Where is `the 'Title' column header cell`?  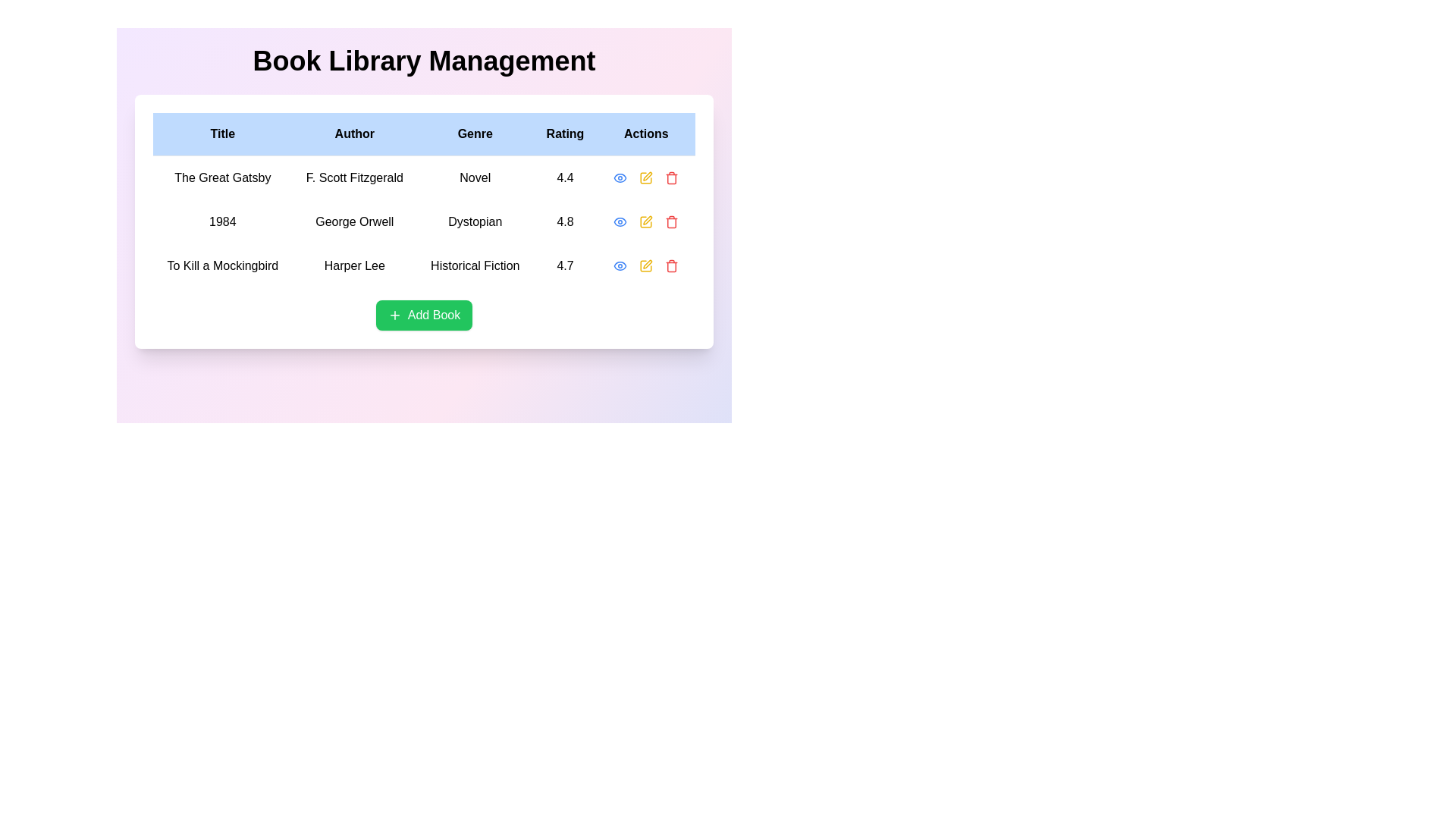
the 'Title' column header cell is located at coordinates (221, 133).